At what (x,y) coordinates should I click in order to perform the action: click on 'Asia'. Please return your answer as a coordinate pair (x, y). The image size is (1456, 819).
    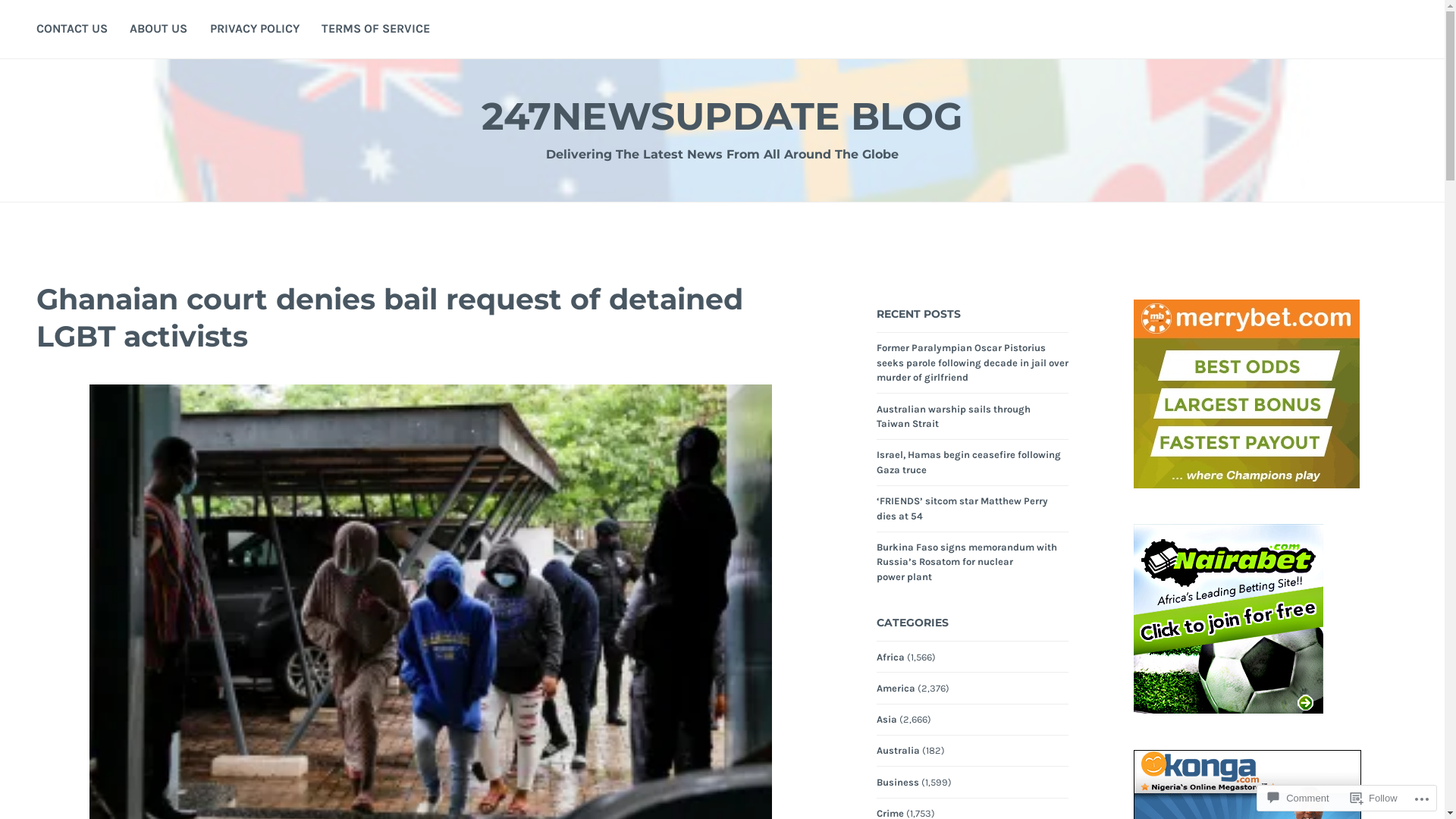
    Looking at the image, I should click on (886, 718).